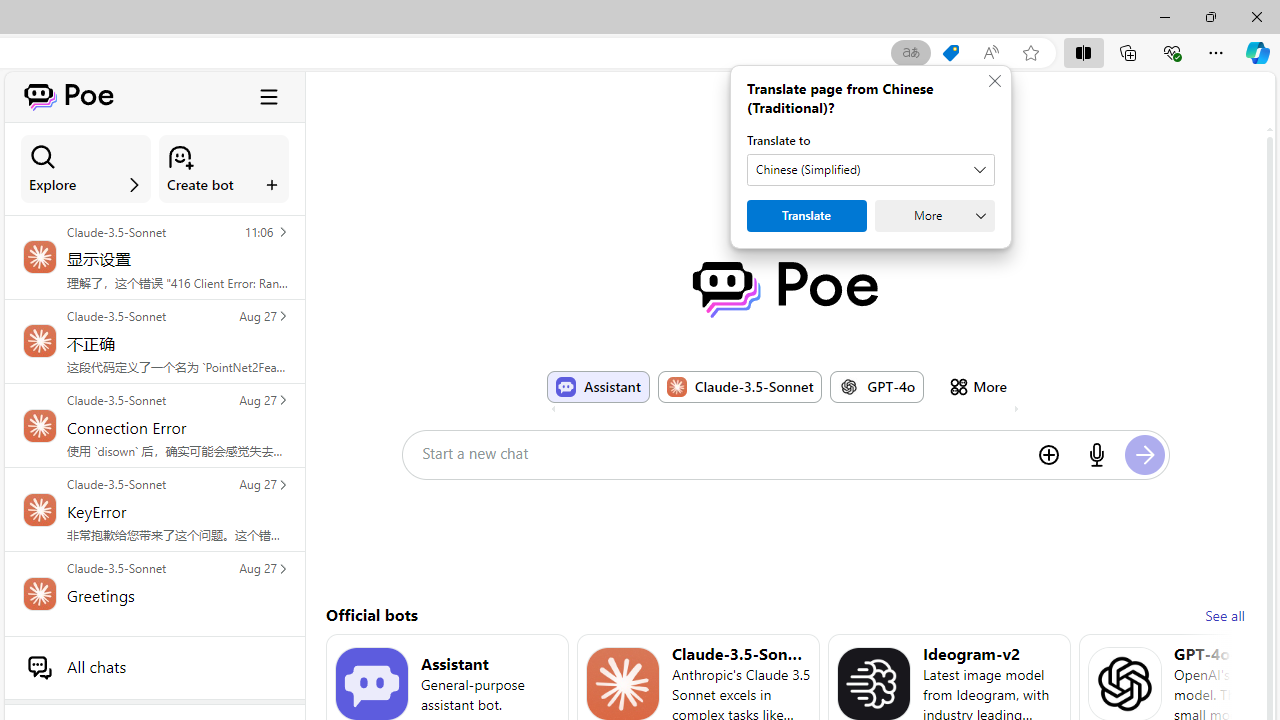 The height and width of the screenshot is (720, 1280). Describe the element at coordinates (874, 682) in the screenshot. I see `'Bot image for Ideogram-v2'` at that location.